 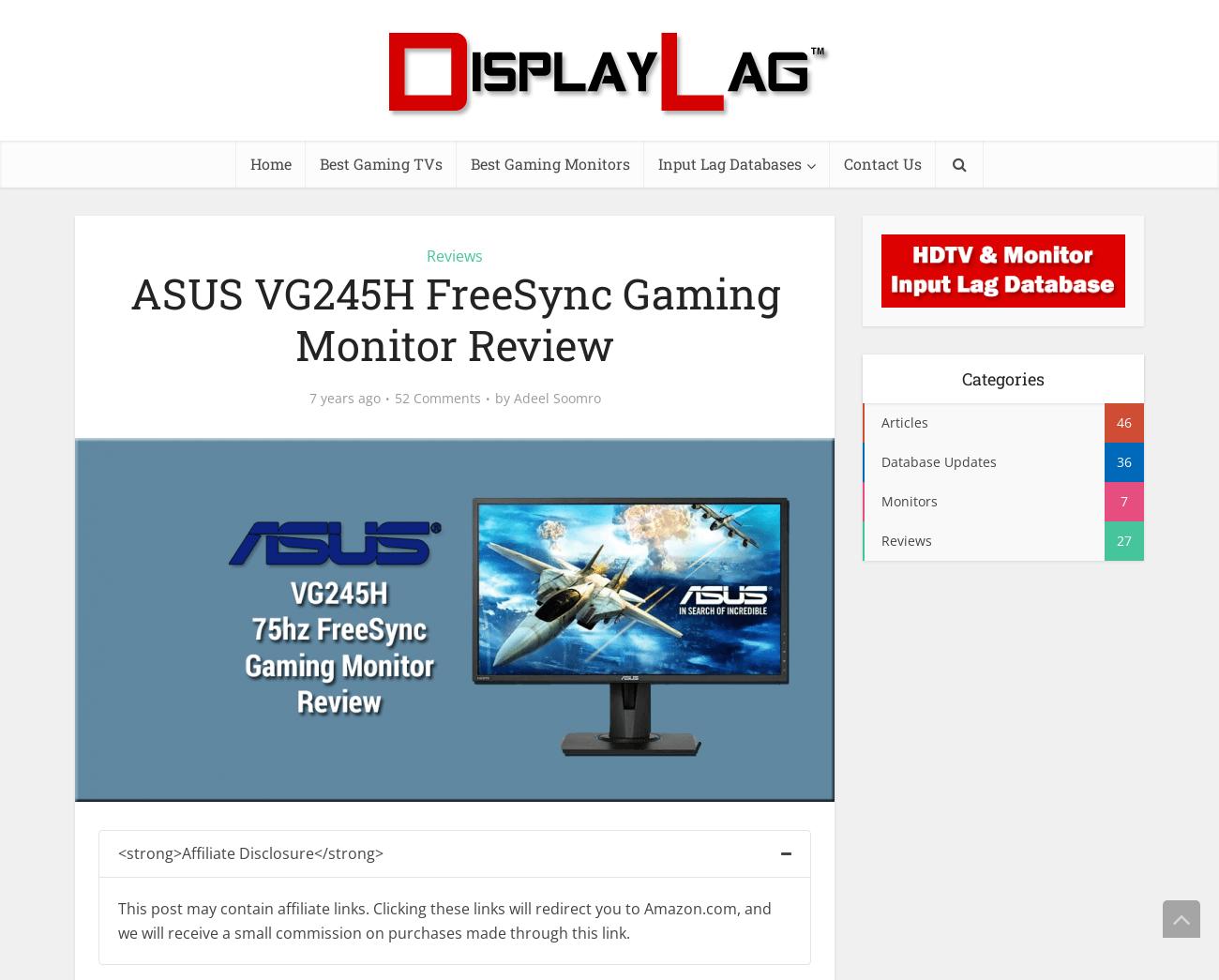 What do you see at coordinates (512, 397) in the screenshot?
I see `'Adeel Soomro'` at bounding box center [512, 397].